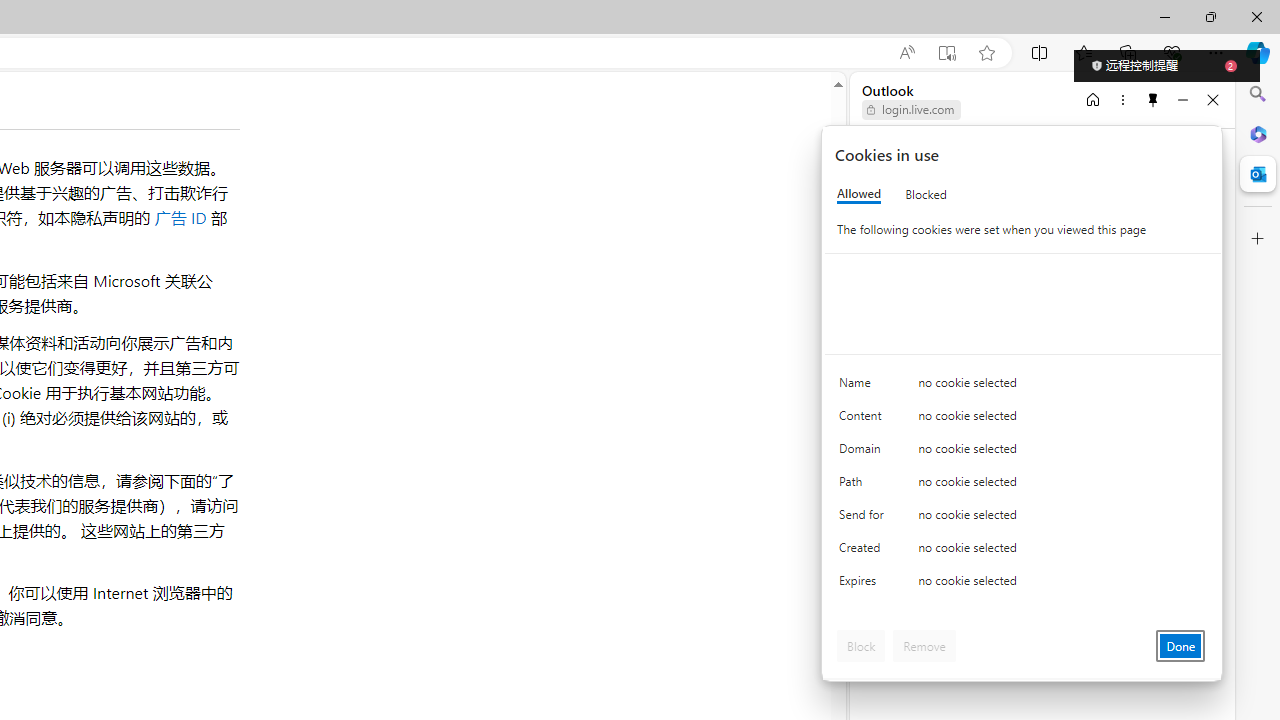 The height and width of the screenshot is (720, 1280). Describe the element at coordinates (925, 194) in the screenshot. I see `'Blocked'` at that location.